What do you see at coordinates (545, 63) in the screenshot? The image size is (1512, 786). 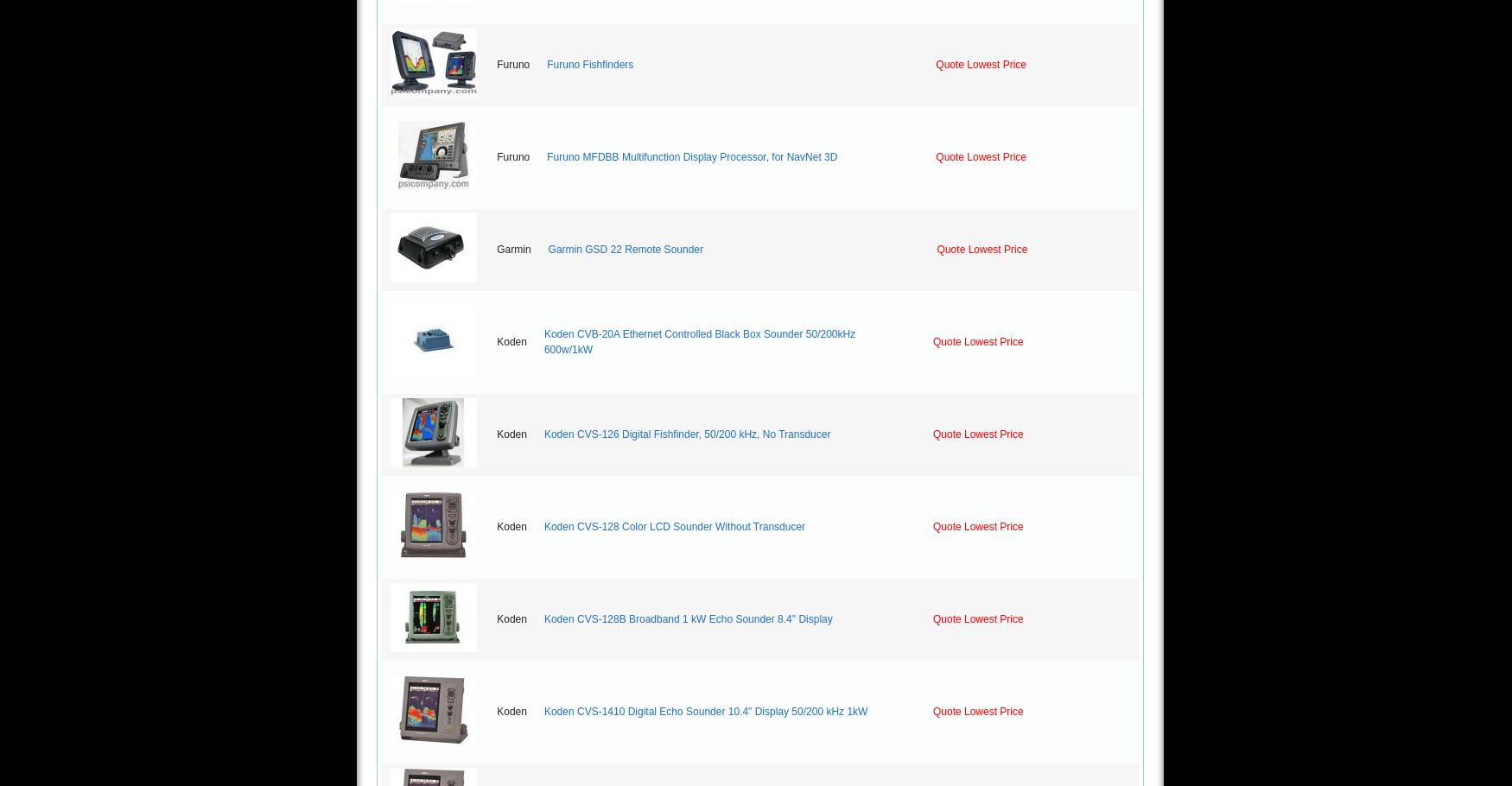 I see `'Furuno Fishfinders'` at bounding box center [545, 63].